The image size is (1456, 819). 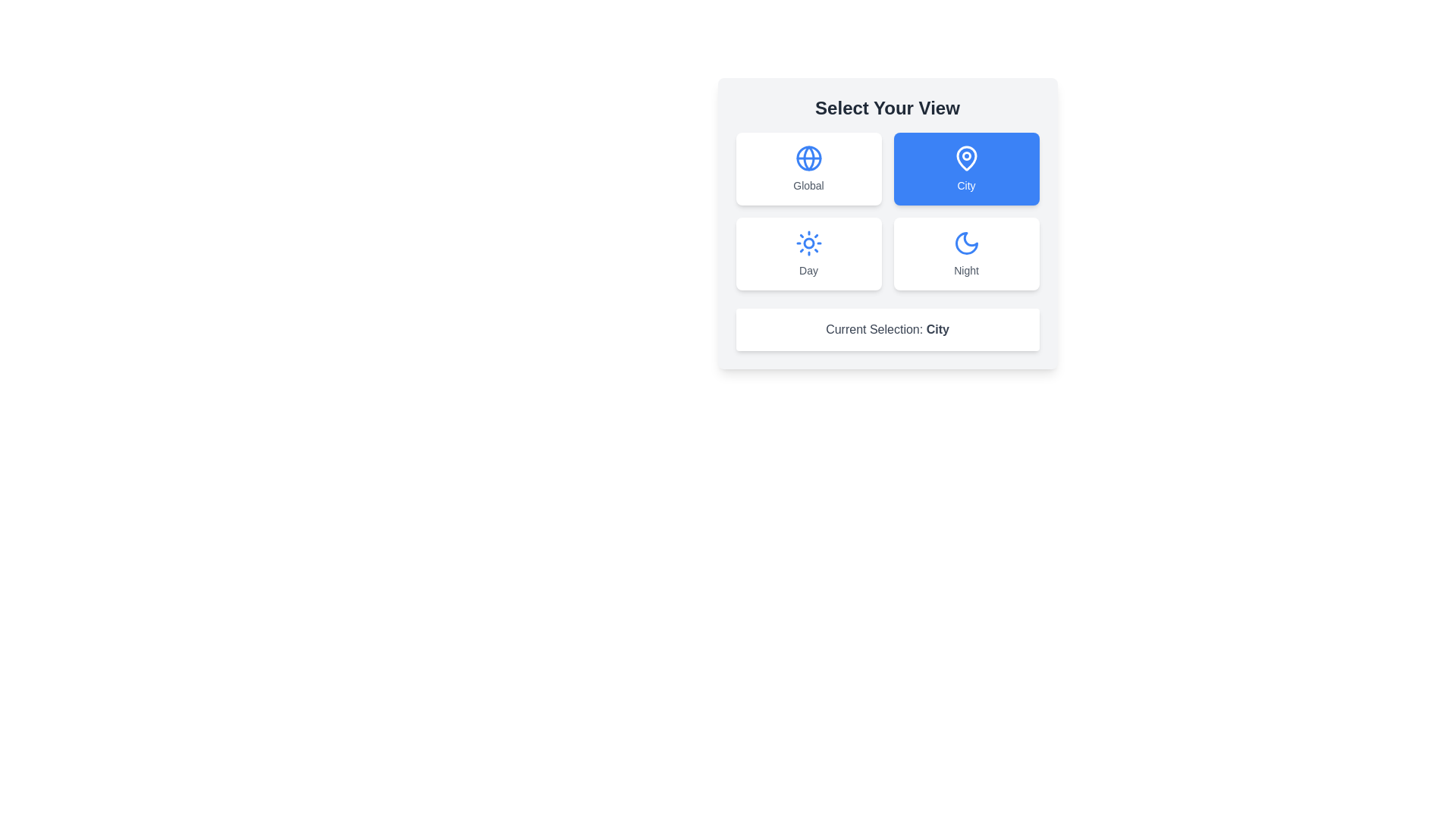 I want to click on the globe SVG graphic located in the top-left card of the 'Select Your View' section, which is to the left of the 'City' option, so click(x=808, y=158).